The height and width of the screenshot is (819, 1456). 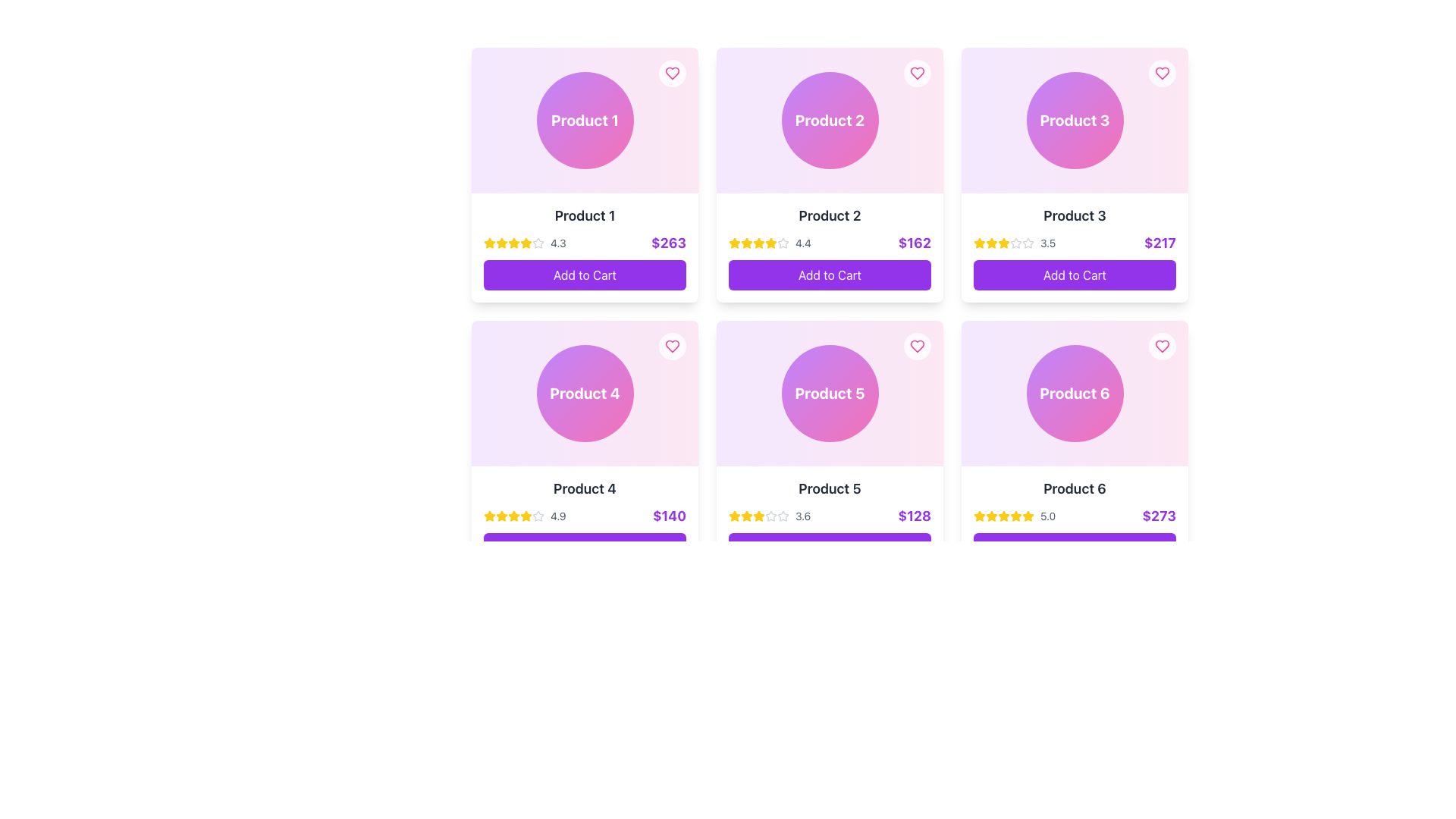 What do you see at coordinates (735, 516) in the screenshot?
I see `the first yellow star icon in the rating area of the 'Product 5' card, located in the second row, second column of the grid layout` at bounding box center [735, 516].